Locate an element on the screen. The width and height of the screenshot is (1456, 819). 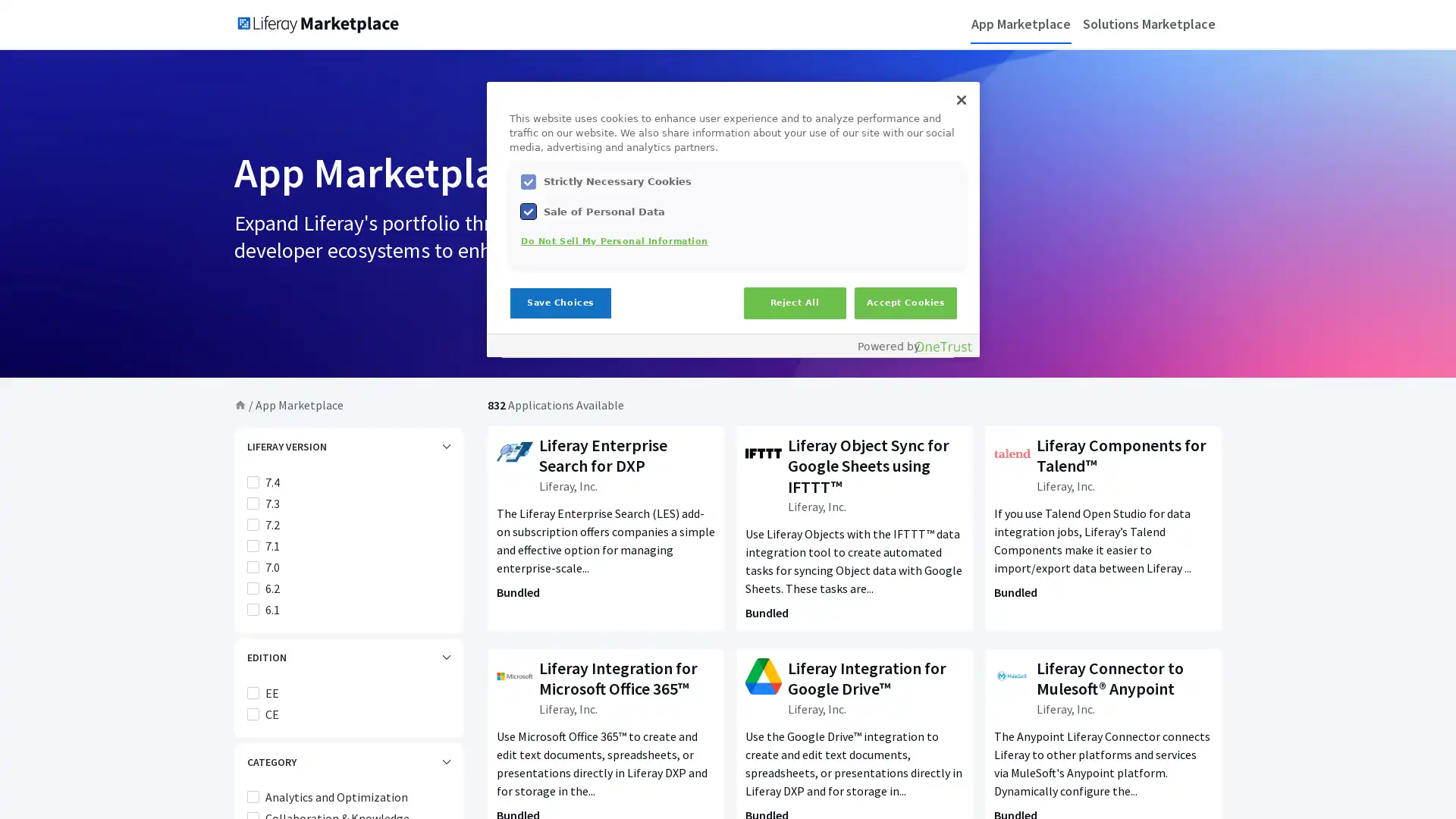
Do Not Sell My Personal Information is located at coordinates (614, 240).